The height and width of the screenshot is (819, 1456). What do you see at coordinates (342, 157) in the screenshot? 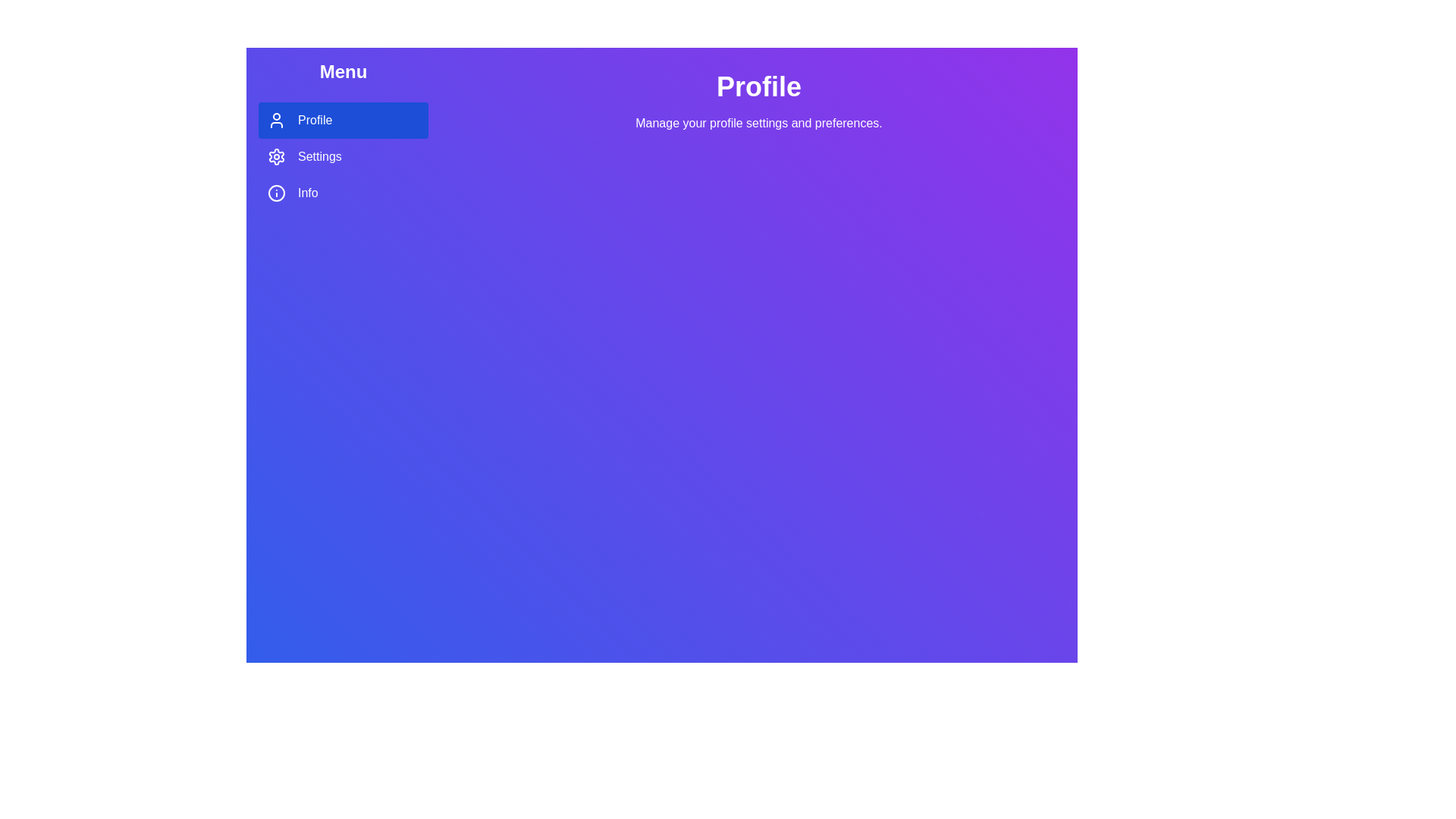
I see `the Settings tab` at bounding box center [342, 157].